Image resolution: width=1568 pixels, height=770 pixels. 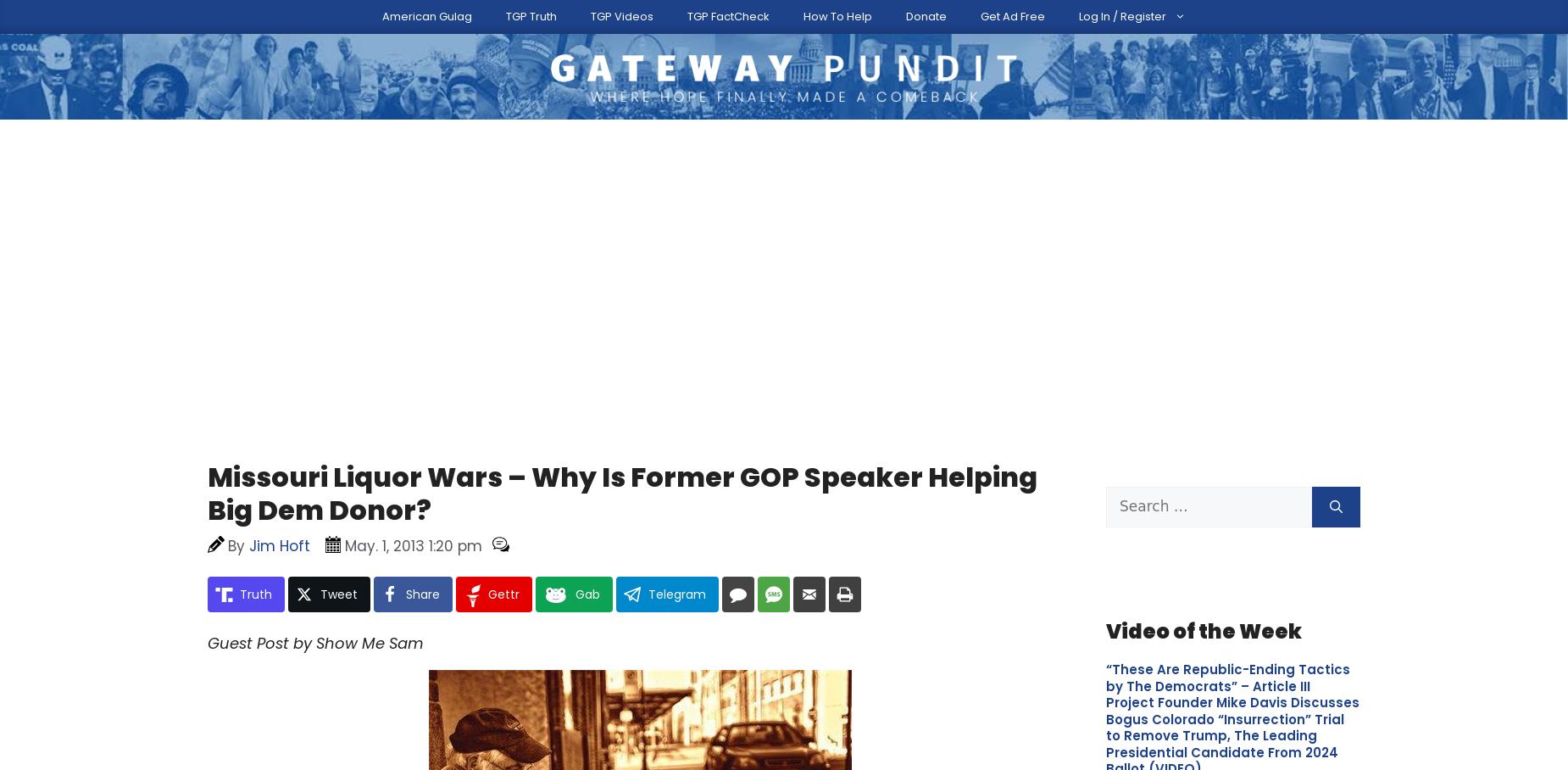 I want to click on 'Please Help The Gateway Pundit', so click(x=1104, y=163).